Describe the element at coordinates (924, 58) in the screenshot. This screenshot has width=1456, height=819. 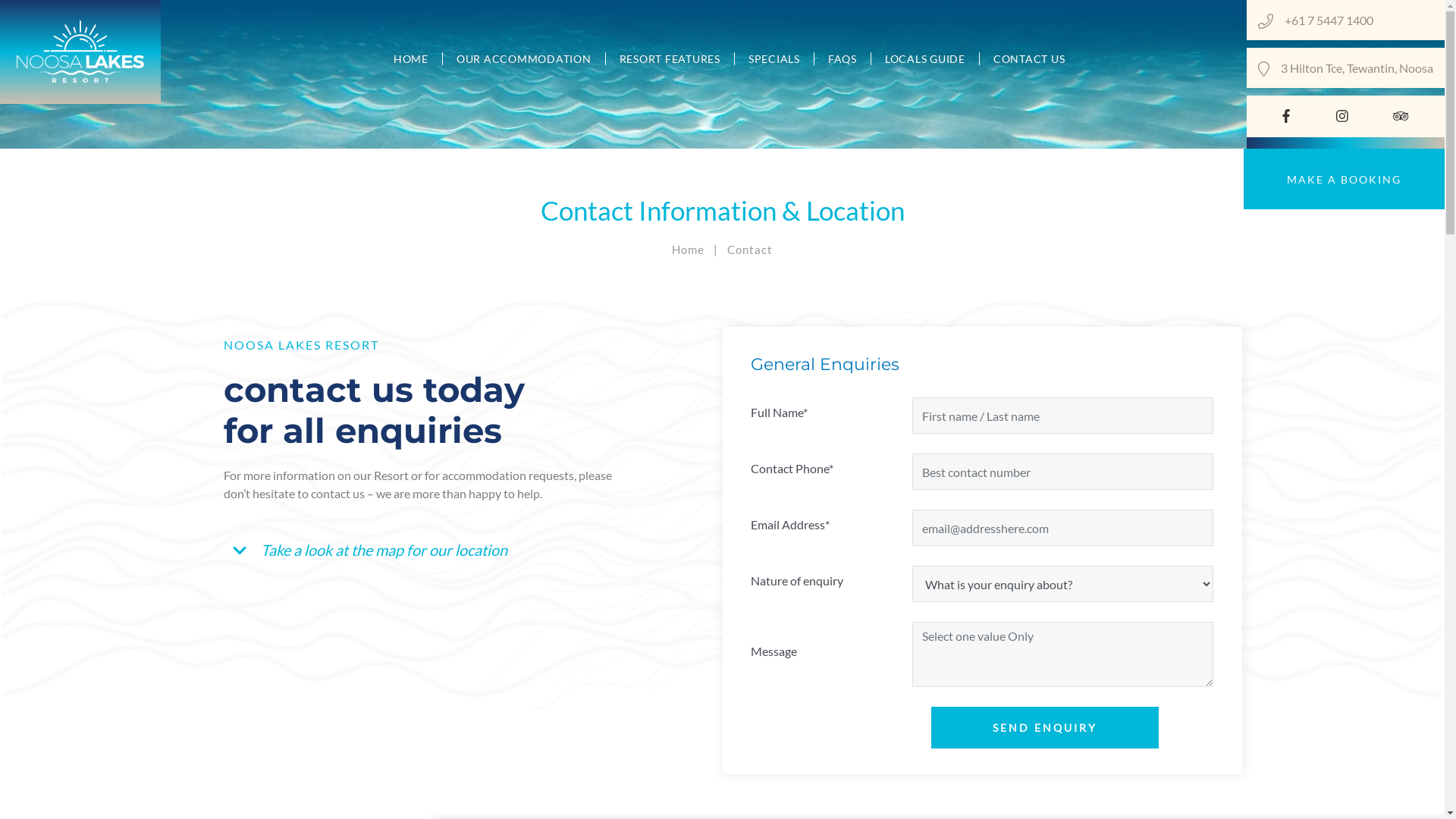
I see `'LOCALS GUIDE'` at that location.